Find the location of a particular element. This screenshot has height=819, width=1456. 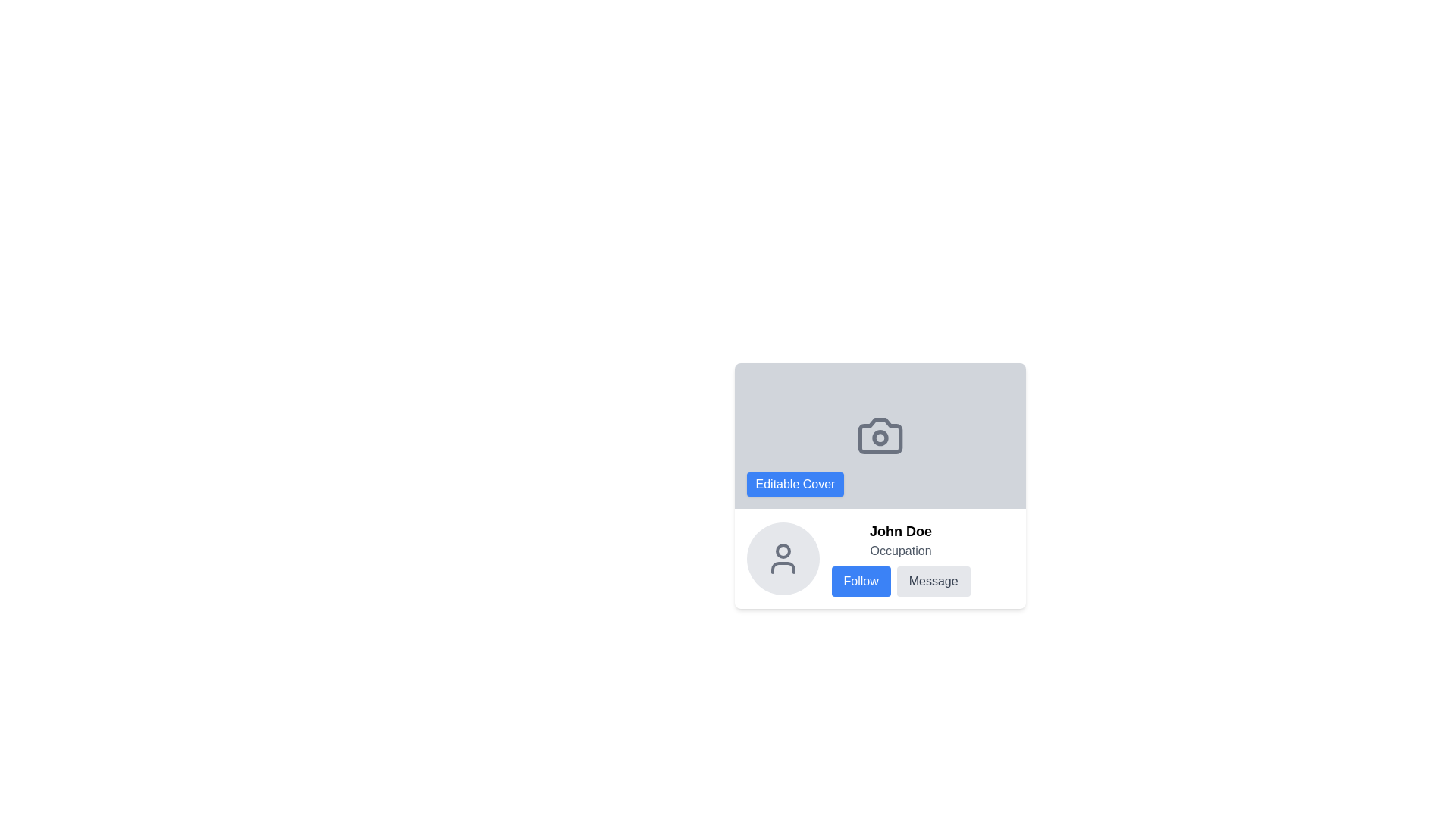

the camera icon in the cover editing section, which is visually represented as an SVG camera outline against a light gray background is located at coordinates (880, 435).